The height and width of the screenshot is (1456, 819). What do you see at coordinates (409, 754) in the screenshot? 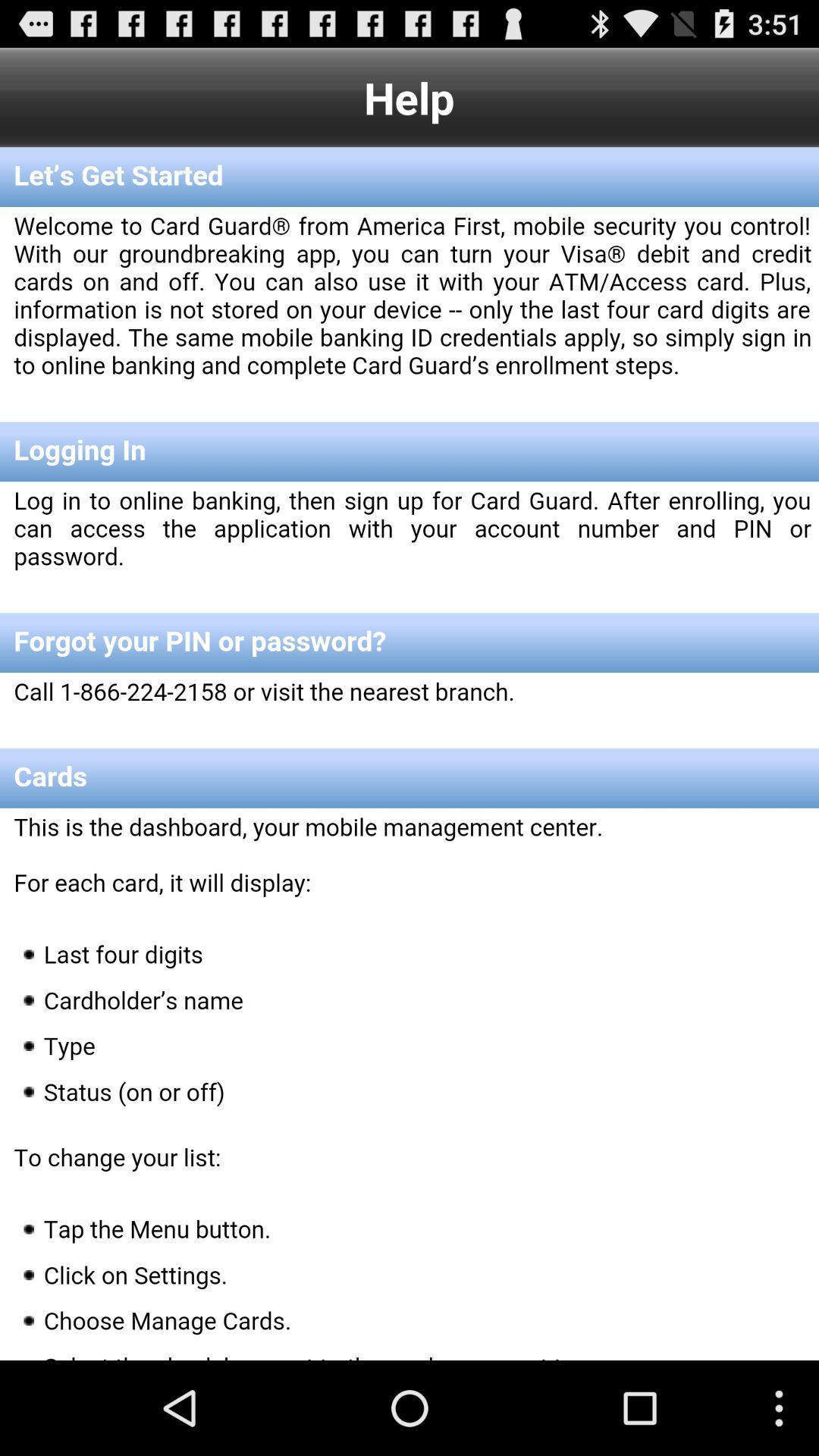
I see `text page` at bounding box center [409, 754].